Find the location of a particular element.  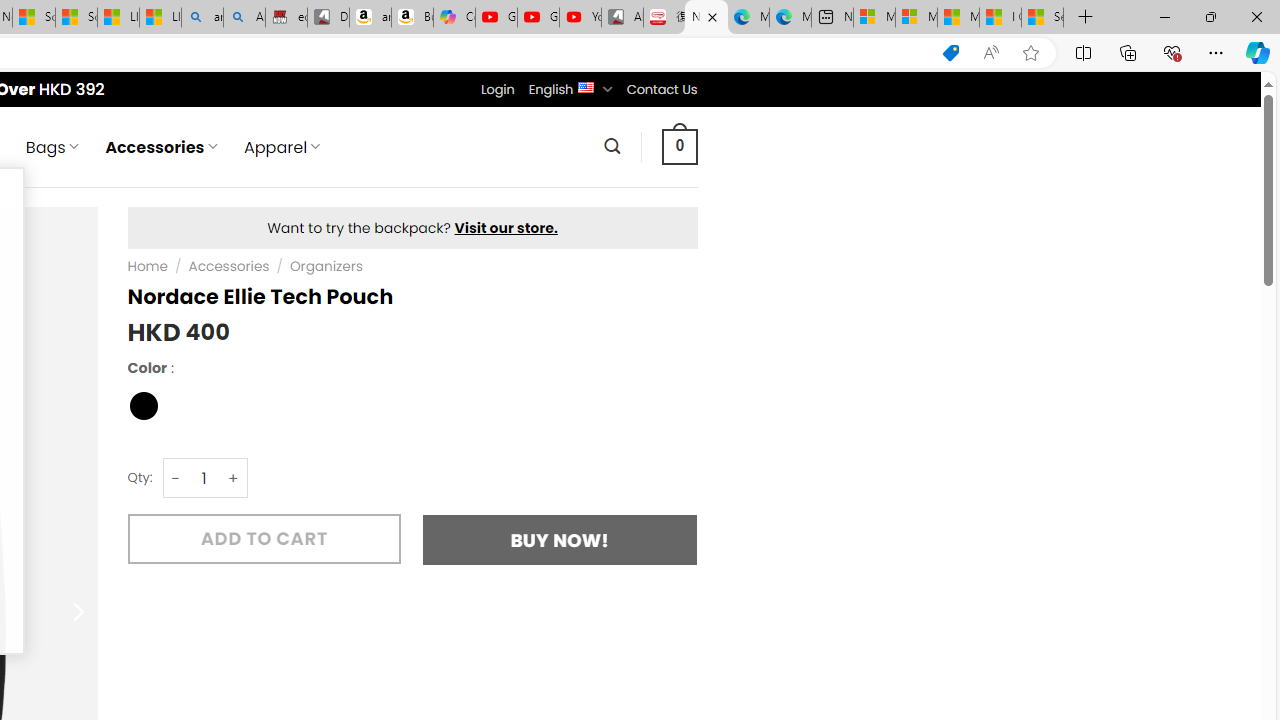

'Browser essentials' is located at coordinates (1171, 51).